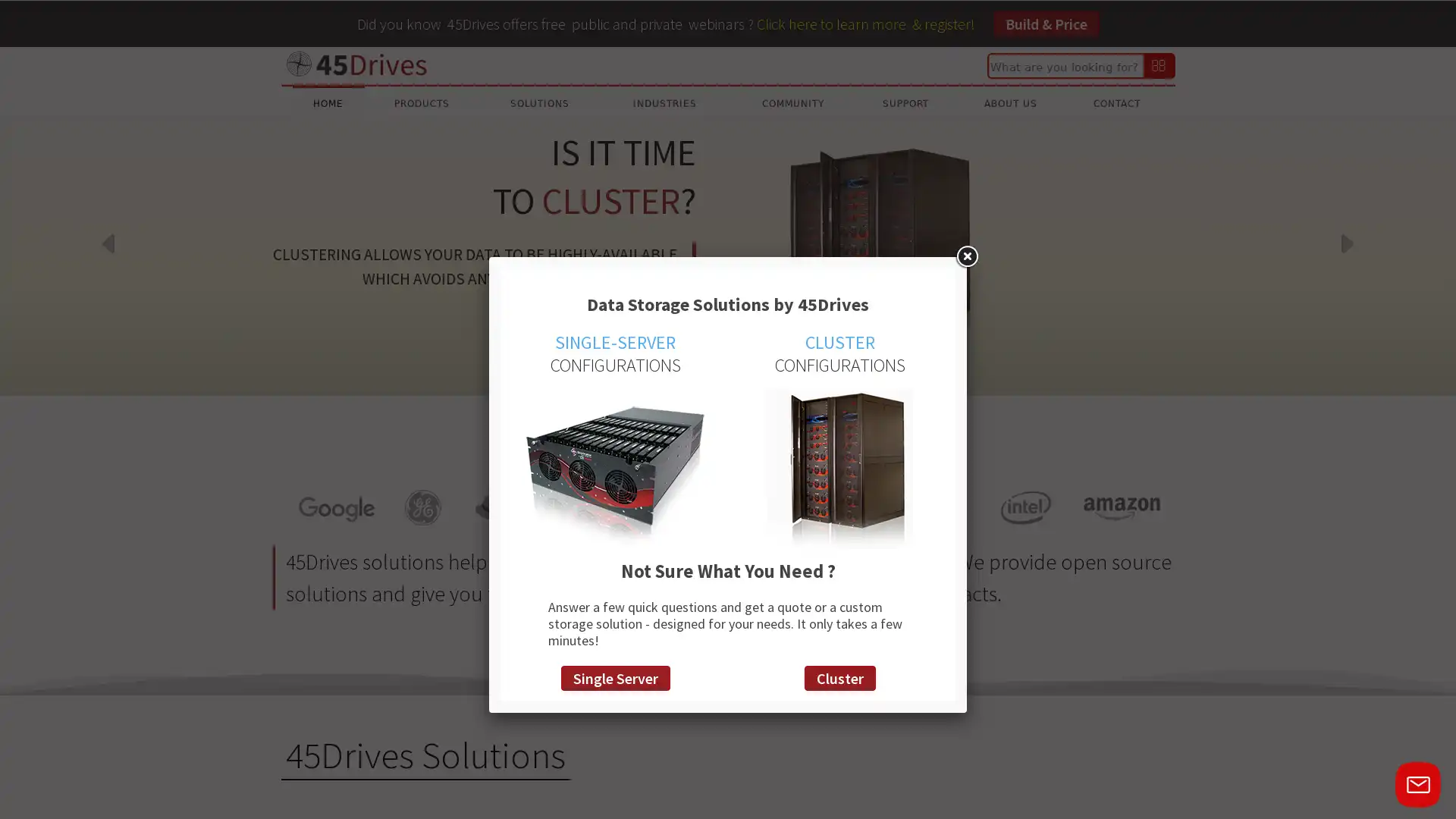  I want to click on Start configuration, so click(795, 375).